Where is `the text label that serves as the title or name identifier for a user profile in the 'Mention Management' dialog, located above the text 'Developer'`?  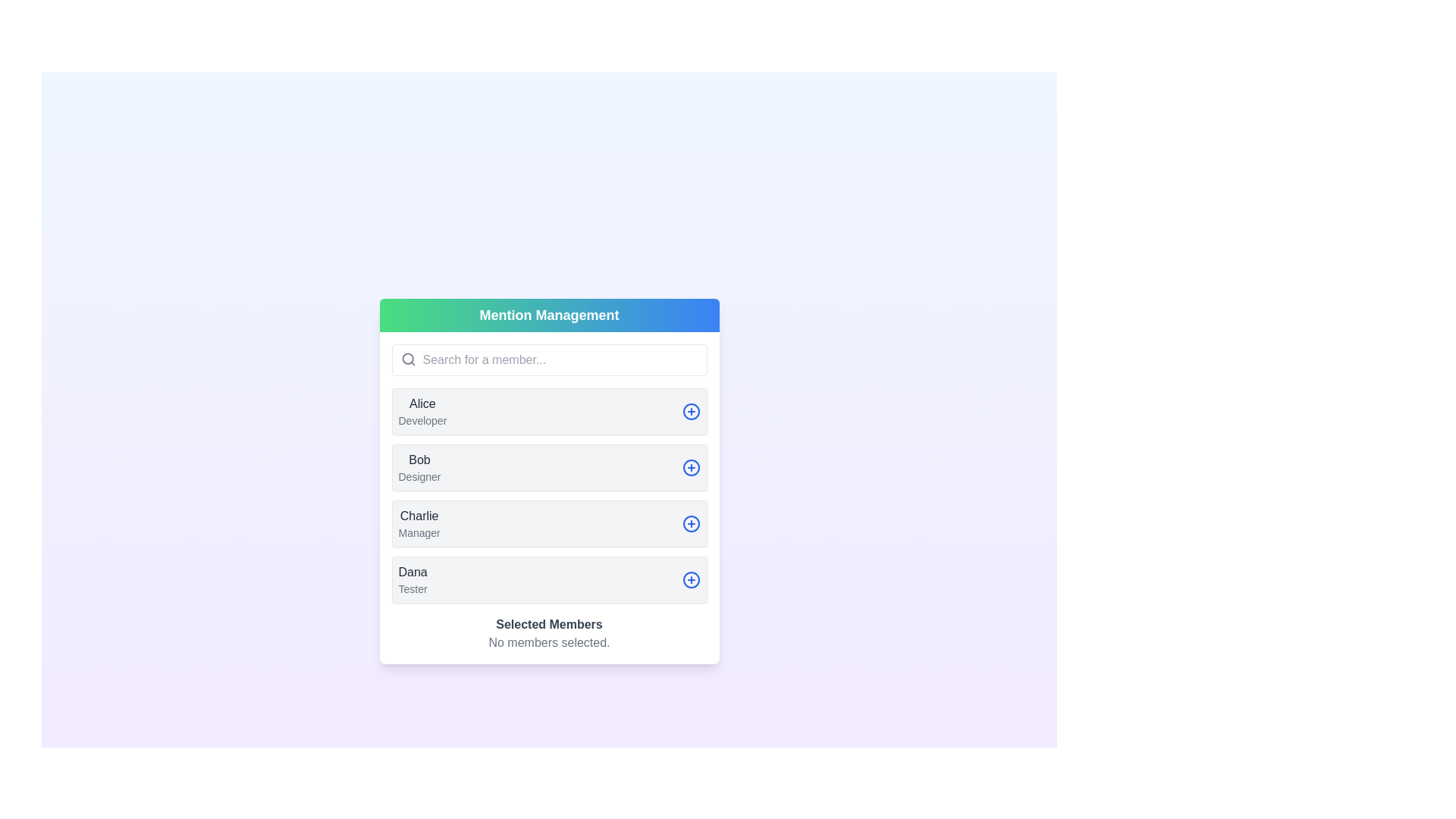
the text label that serves as the title or name identifier for a user profile in the 'Mention Management' dialog, located above the text 'Developer' is located at coordinates (422, 403).